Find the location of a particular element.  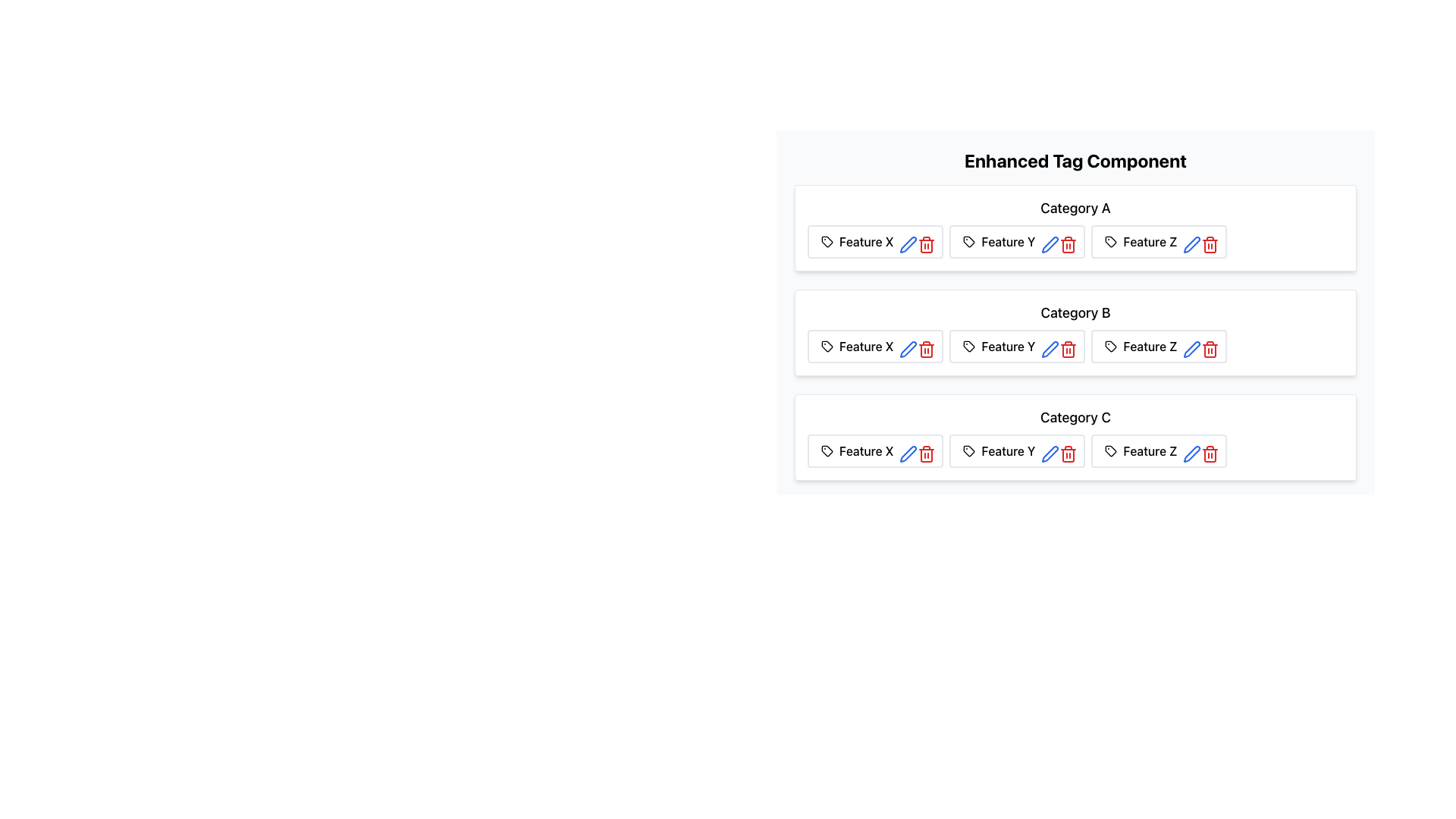

the first button labeled 'Feature X' in the second row of the 'Enhanced Tag Component' is located at coordinates (875, 346).